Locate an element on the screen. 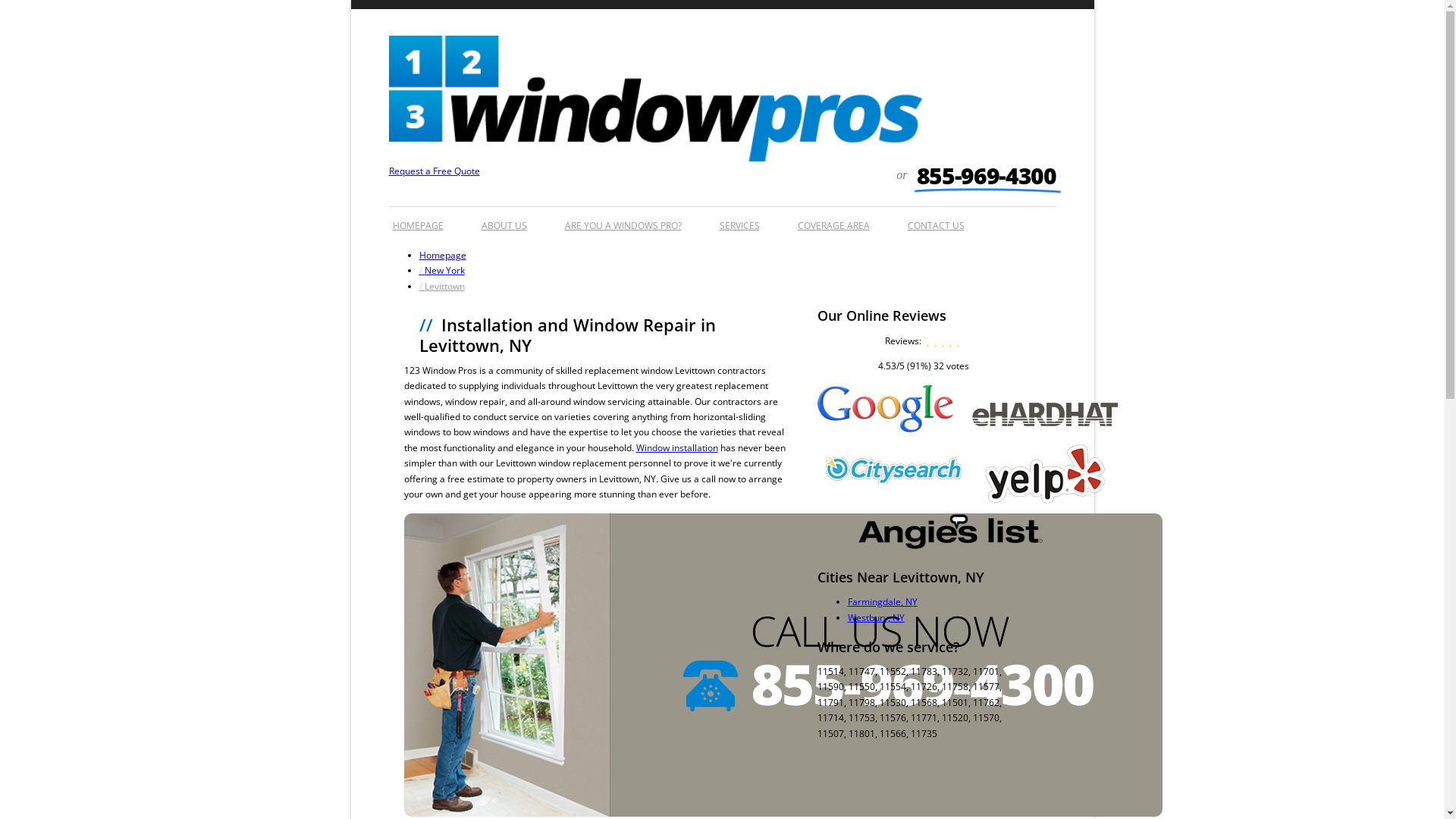 This screenshot has height=819, width=1456. 'HOMEPAGE' is located at coordinates (417, 221).